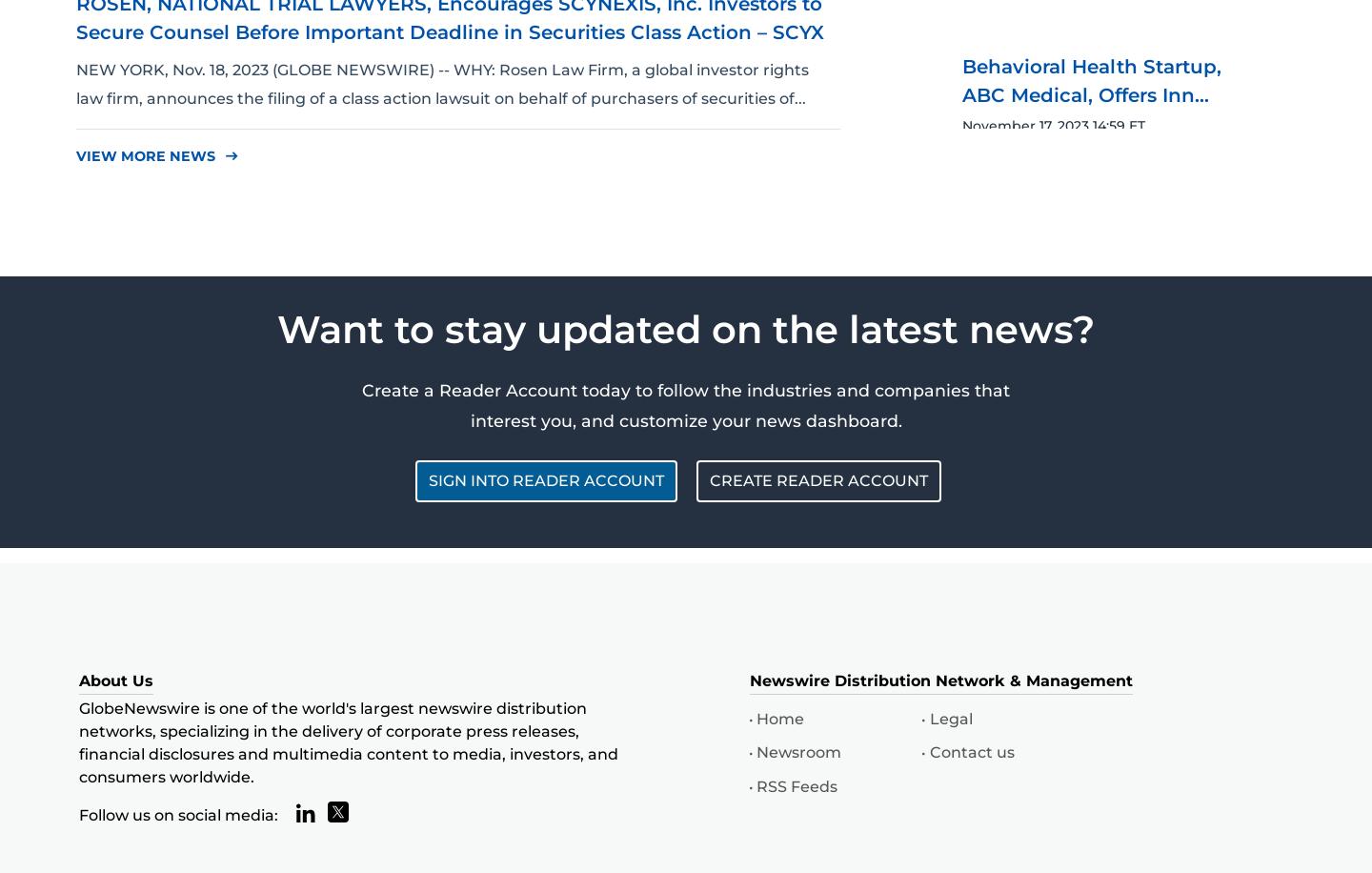  I want to click on 'RSS Feeds', so click(797, 785).